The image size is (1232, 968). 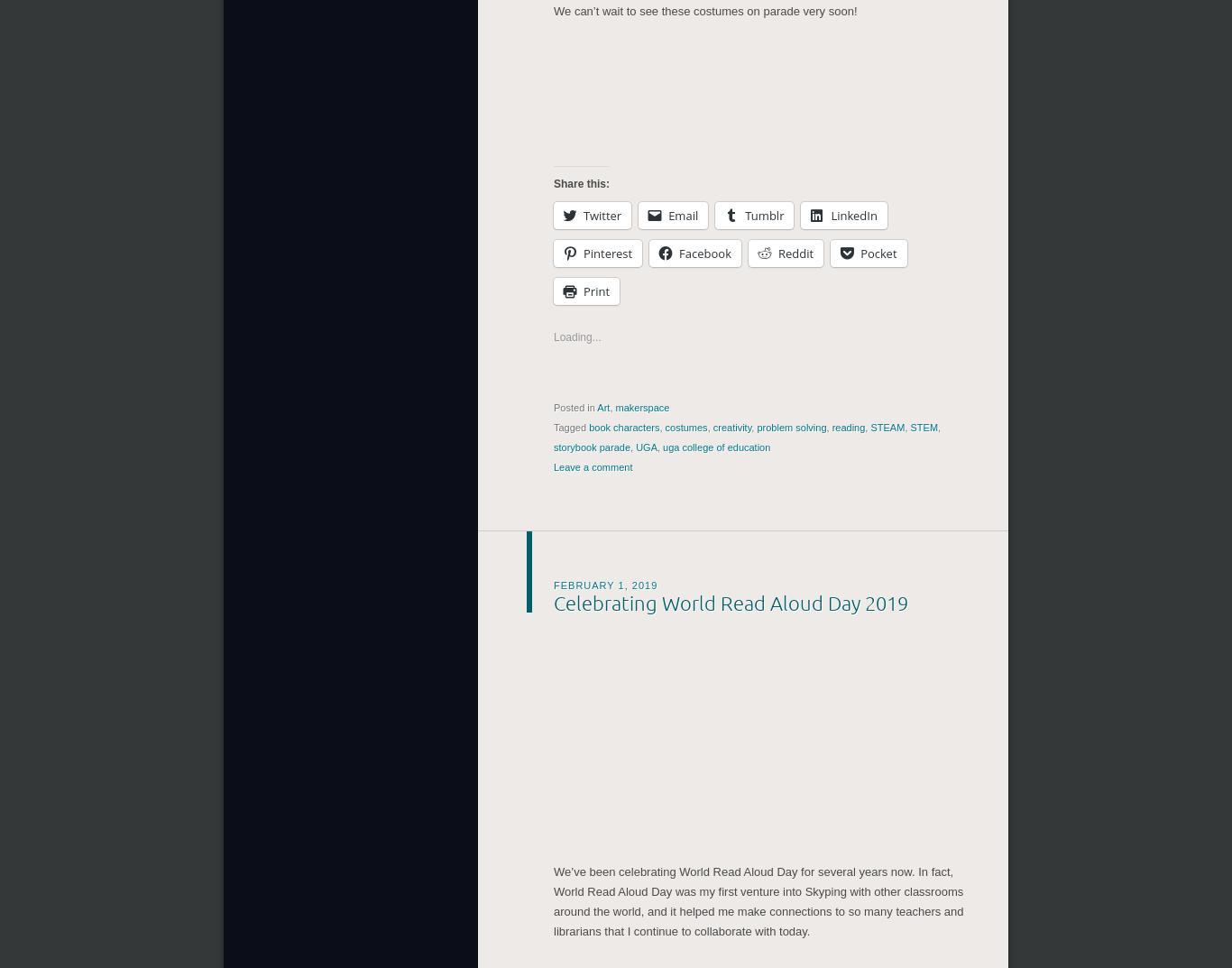 What do you see at coordinates (592, 462) in the screenshot?
I see `'Leave a comment'` at bounding box center [592, 462].